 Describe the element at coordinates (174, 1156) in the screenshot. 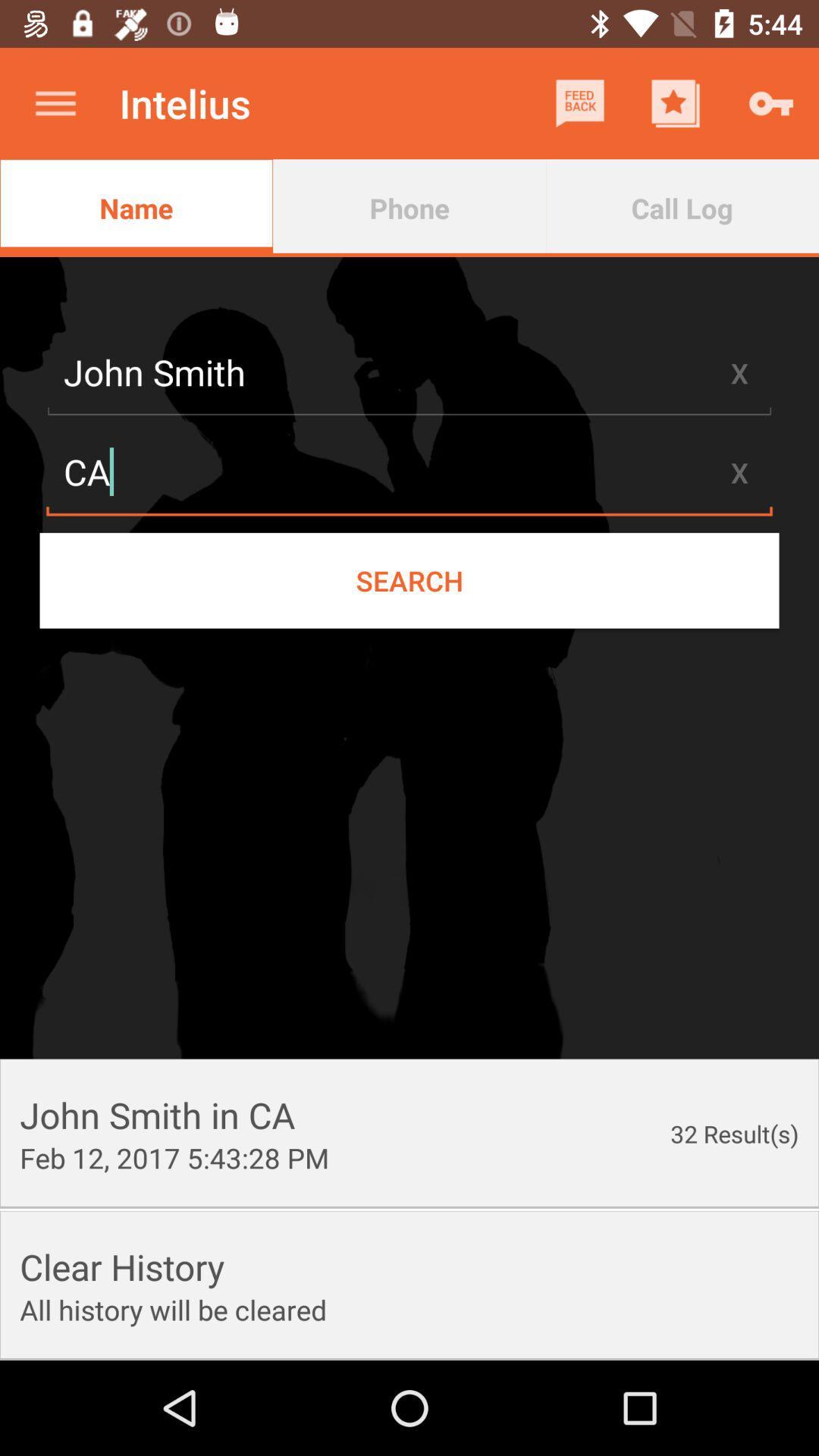

I see `the item above clear history app` at that location.